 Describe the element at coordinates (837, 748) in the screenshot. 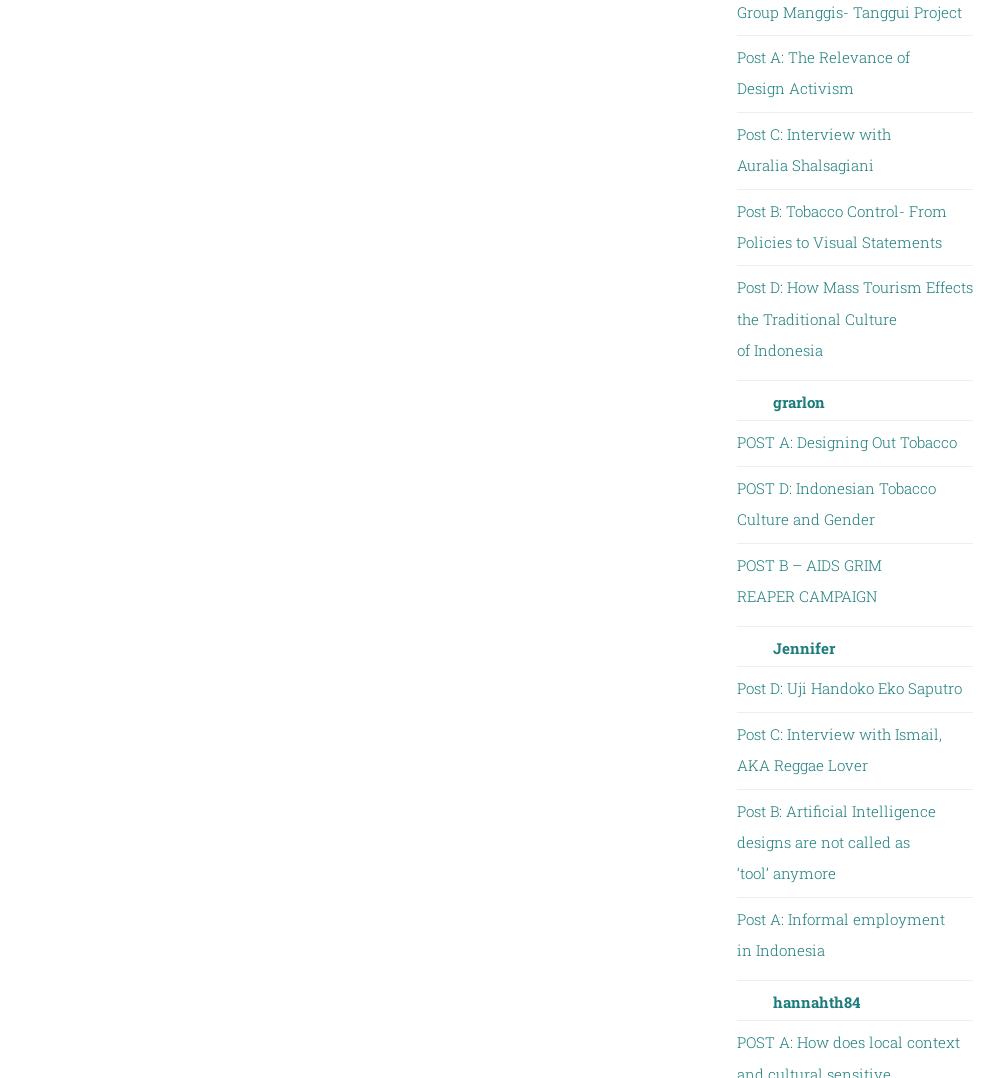

I see `'Post C: Interview with Ismail, AKA Reggae Lover'` at that location.